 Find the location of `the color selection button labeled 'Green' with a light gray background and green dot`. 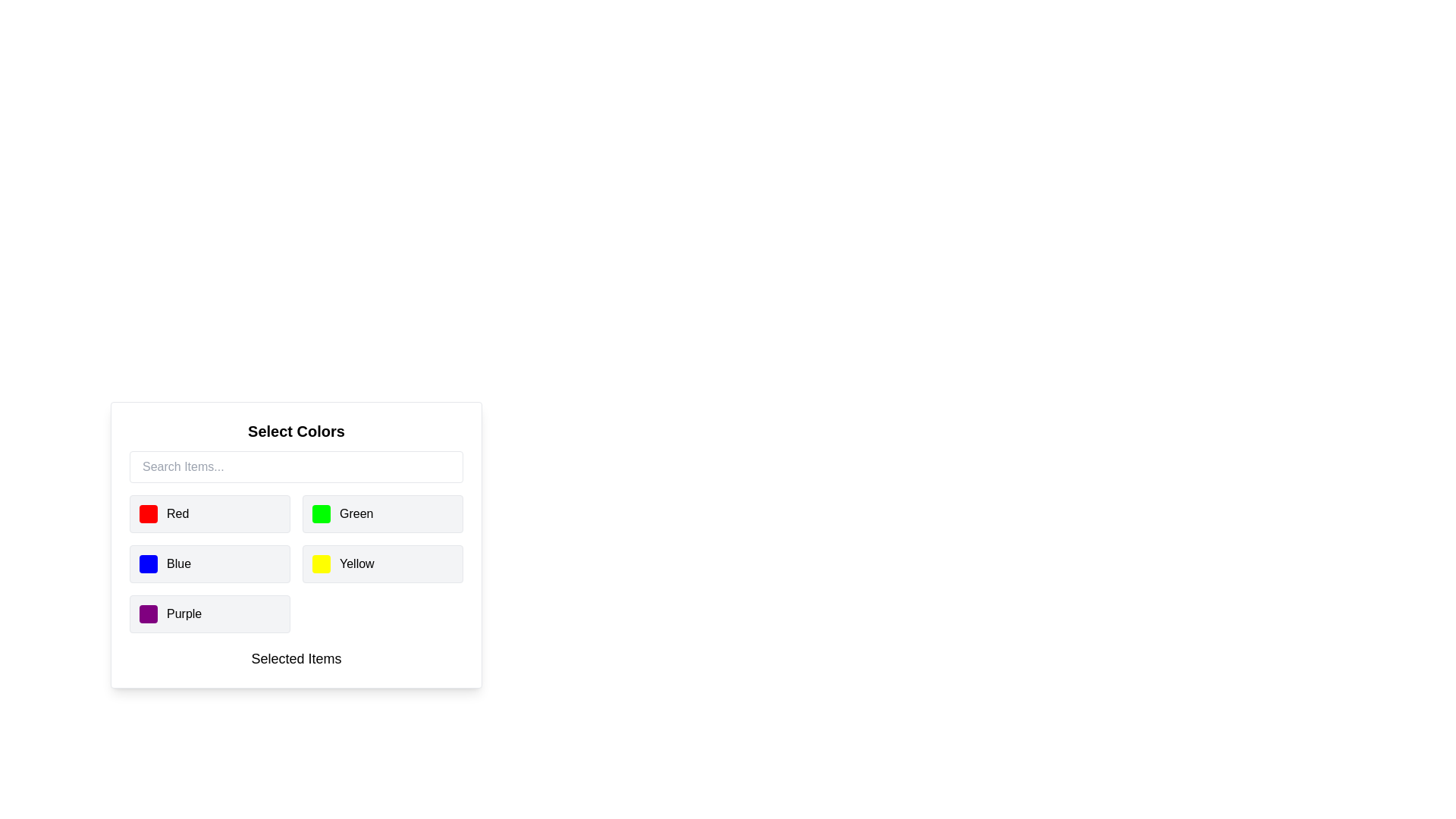

the color selection button labeled 'Green' with a light gray background and green dot is located at coordinates (382, 513).